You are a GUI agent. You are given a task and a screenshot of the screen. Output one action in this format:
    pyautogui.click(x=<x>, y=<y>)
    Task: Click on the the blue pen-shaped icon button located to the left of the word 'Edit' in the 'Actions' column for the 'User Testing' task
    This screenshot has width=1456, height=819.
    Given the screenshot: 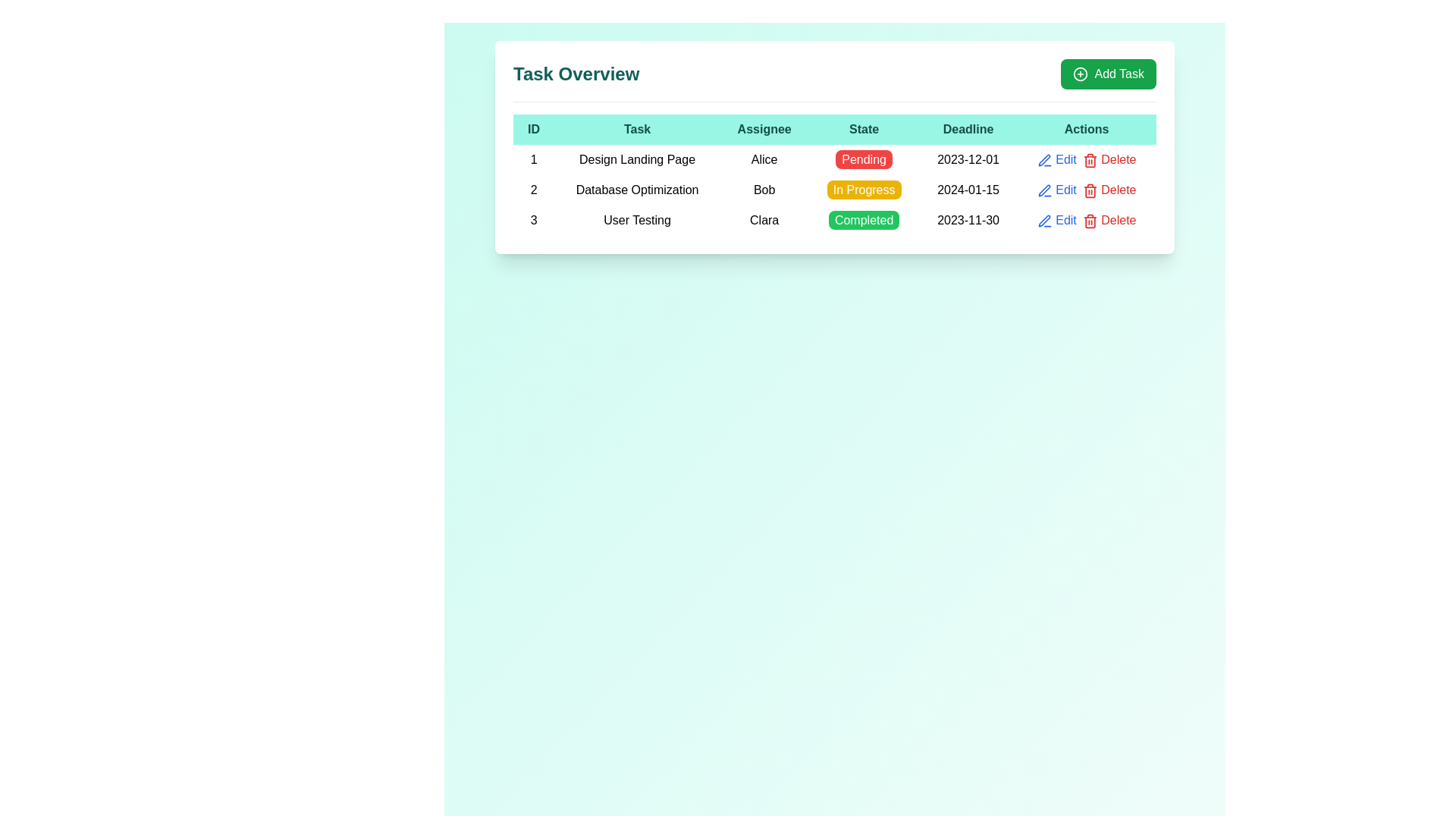 What is the action you would take?
    pyautogui.click(x=1043, y=221)
    